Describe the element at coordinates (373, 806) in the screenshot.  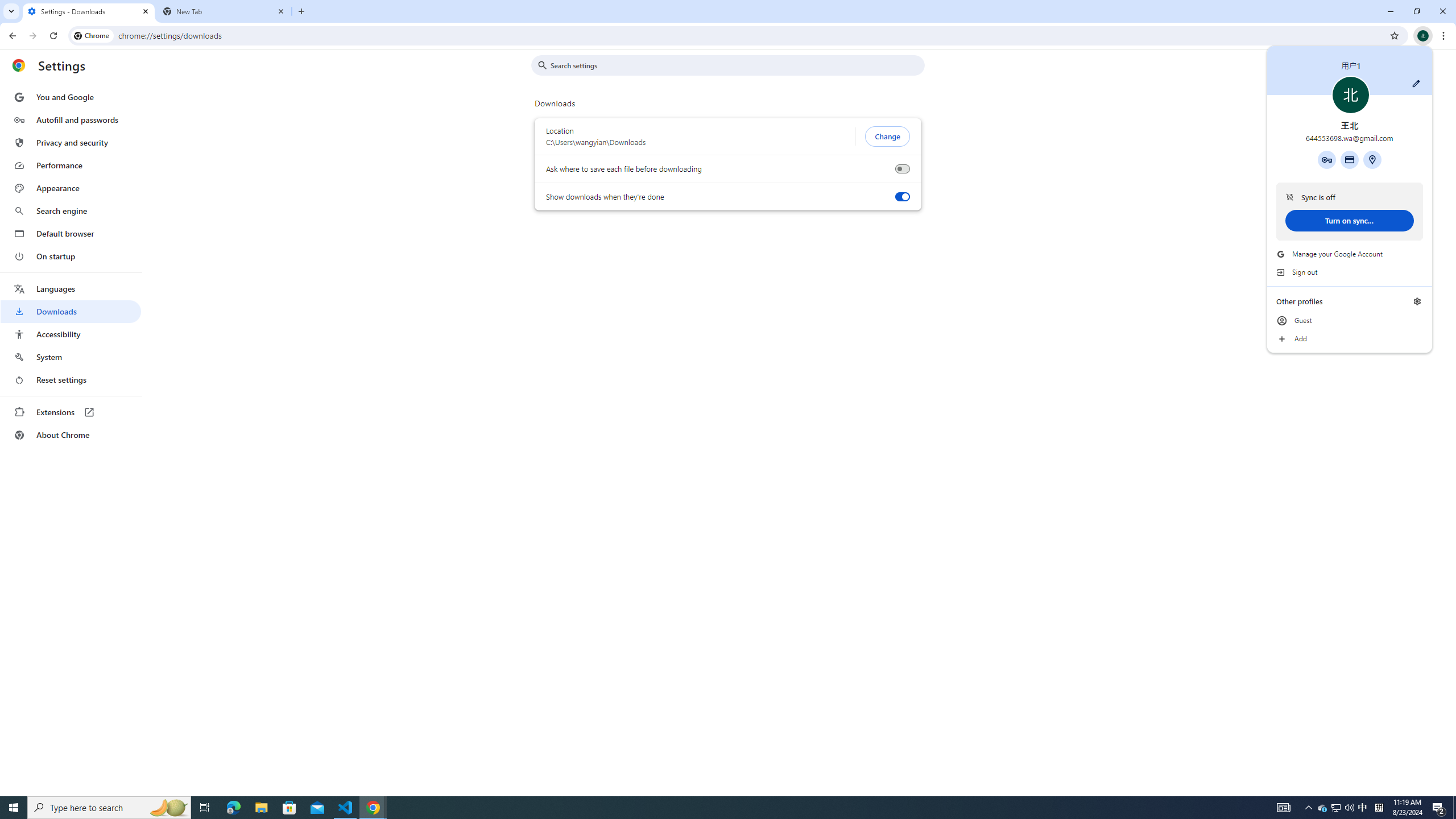
I see `'Google Chrome - 2 running windows'` at that location.